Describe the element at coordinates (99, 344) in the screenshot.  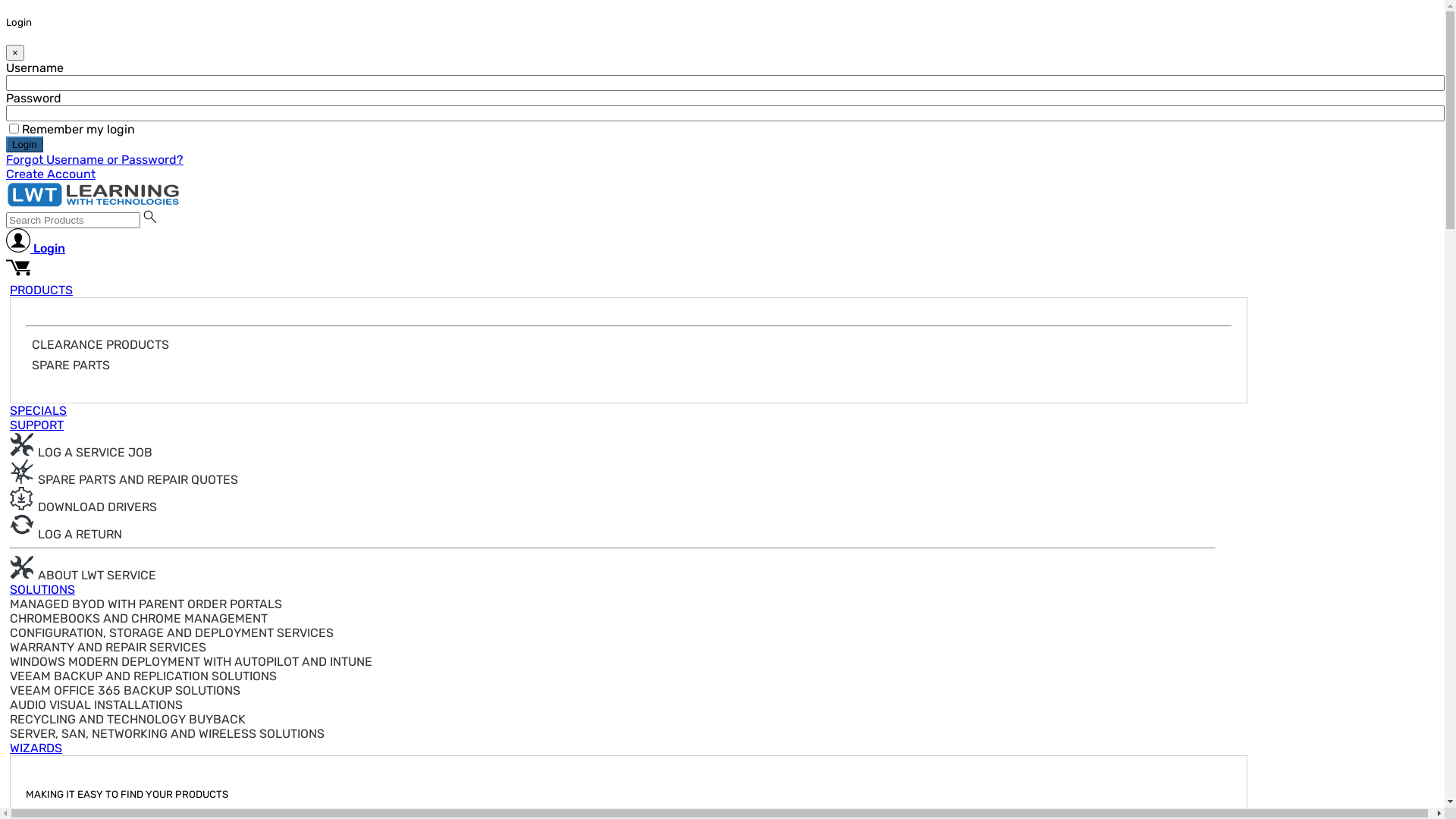
I see `'CLEARANCE PRODUCTS'` at that location.